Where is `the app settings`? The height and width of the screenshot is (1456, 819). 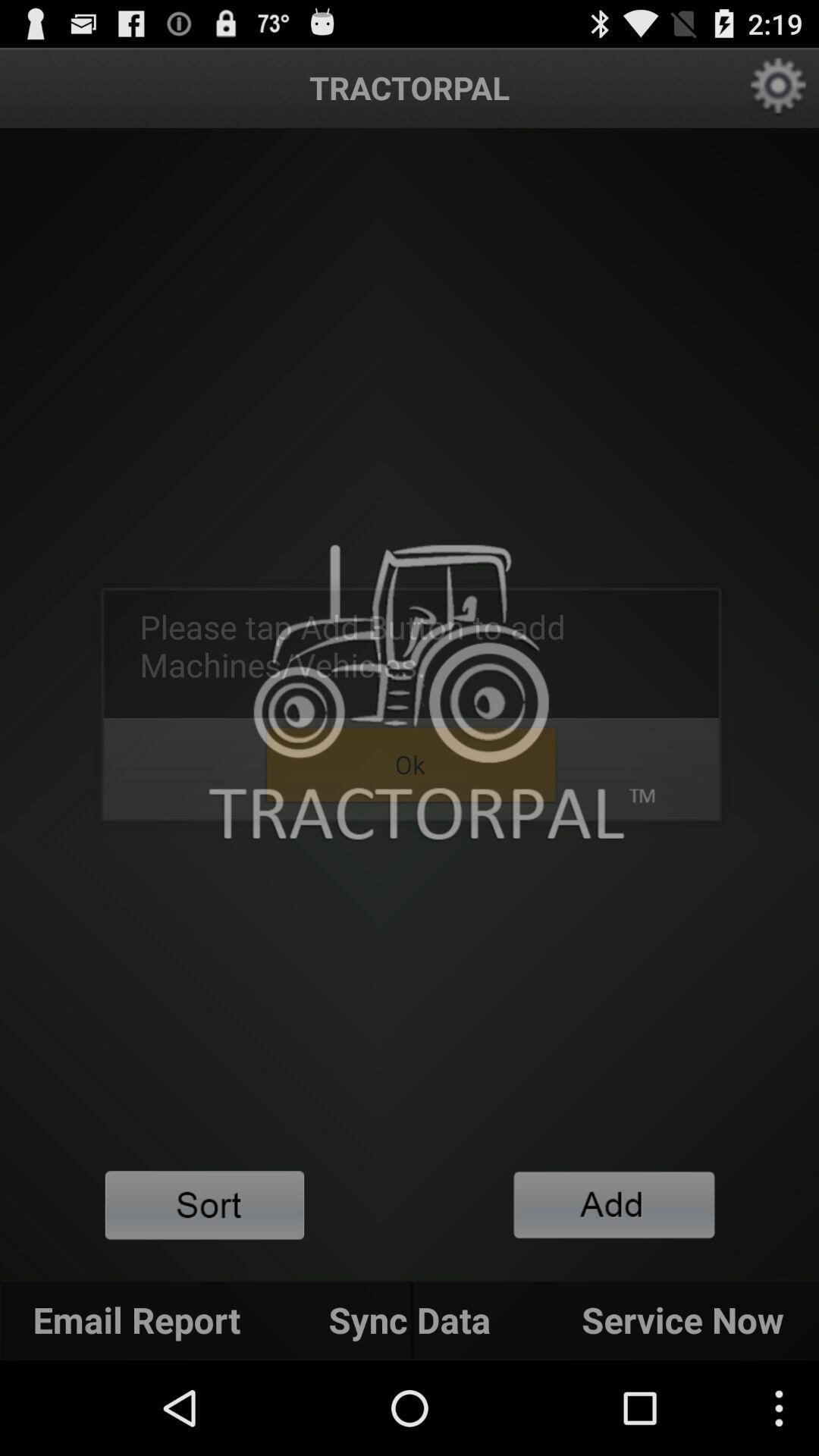 the app settings is located at coordinates (779, 86).